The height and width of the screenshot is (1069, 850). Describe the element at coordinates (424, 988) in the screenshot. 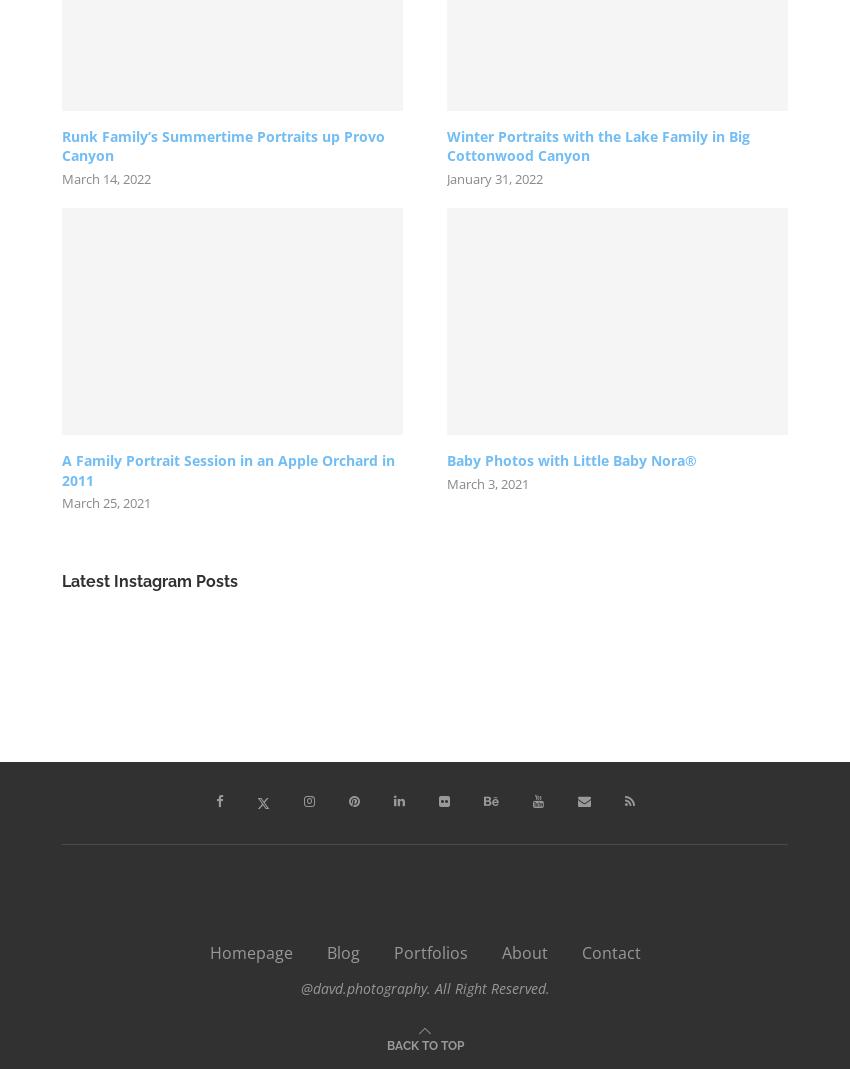

I see `'@davd.photography. All Right Reserved.'` at that location.